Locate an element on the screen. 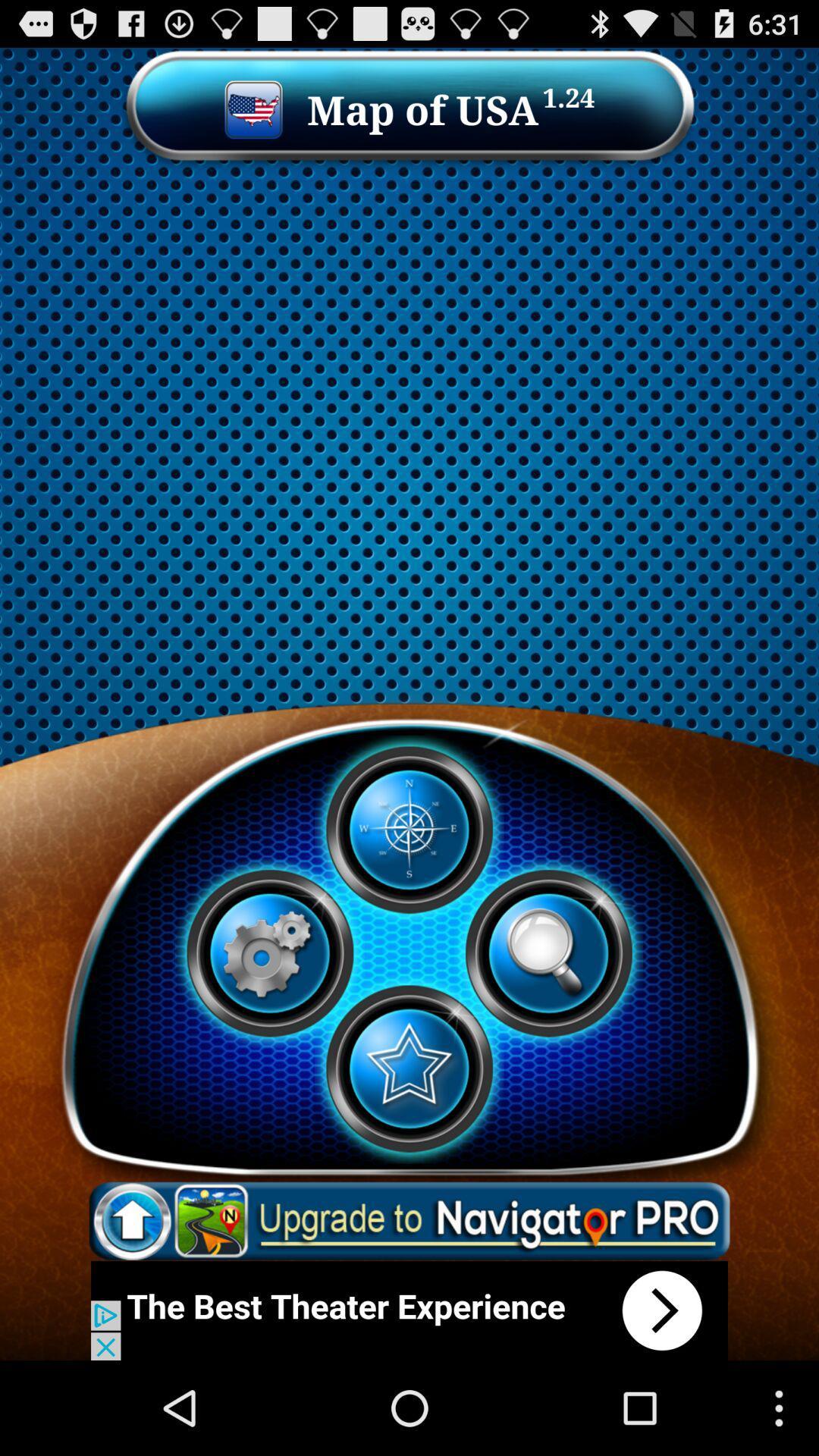 This screenshot has width=819, height=1456. the element is an advertisement is located at coordinates (409, 1310).